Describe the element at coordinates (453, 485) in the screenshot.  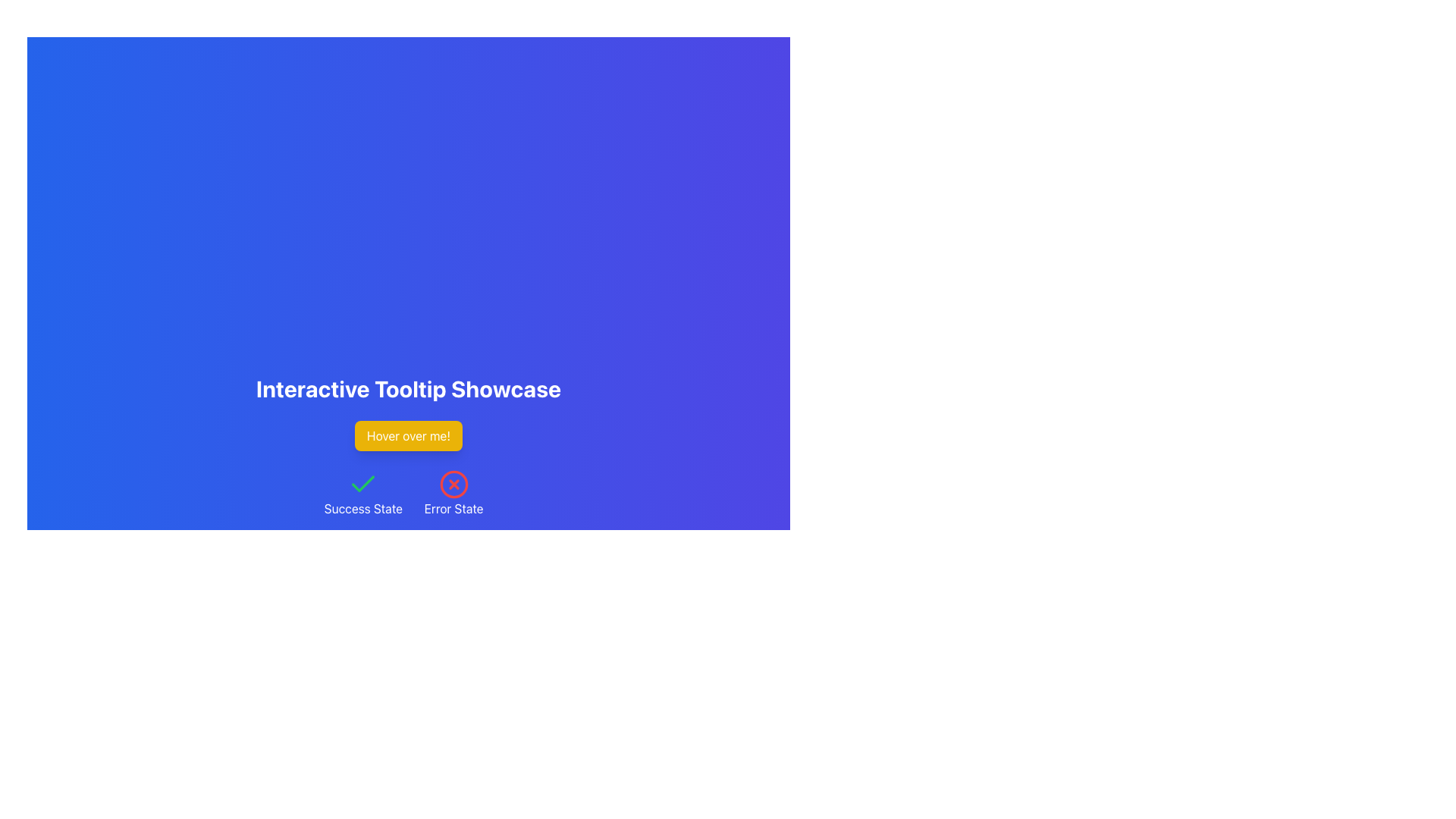
I see `the circular error state icon with an embedded 'X'` at that location.